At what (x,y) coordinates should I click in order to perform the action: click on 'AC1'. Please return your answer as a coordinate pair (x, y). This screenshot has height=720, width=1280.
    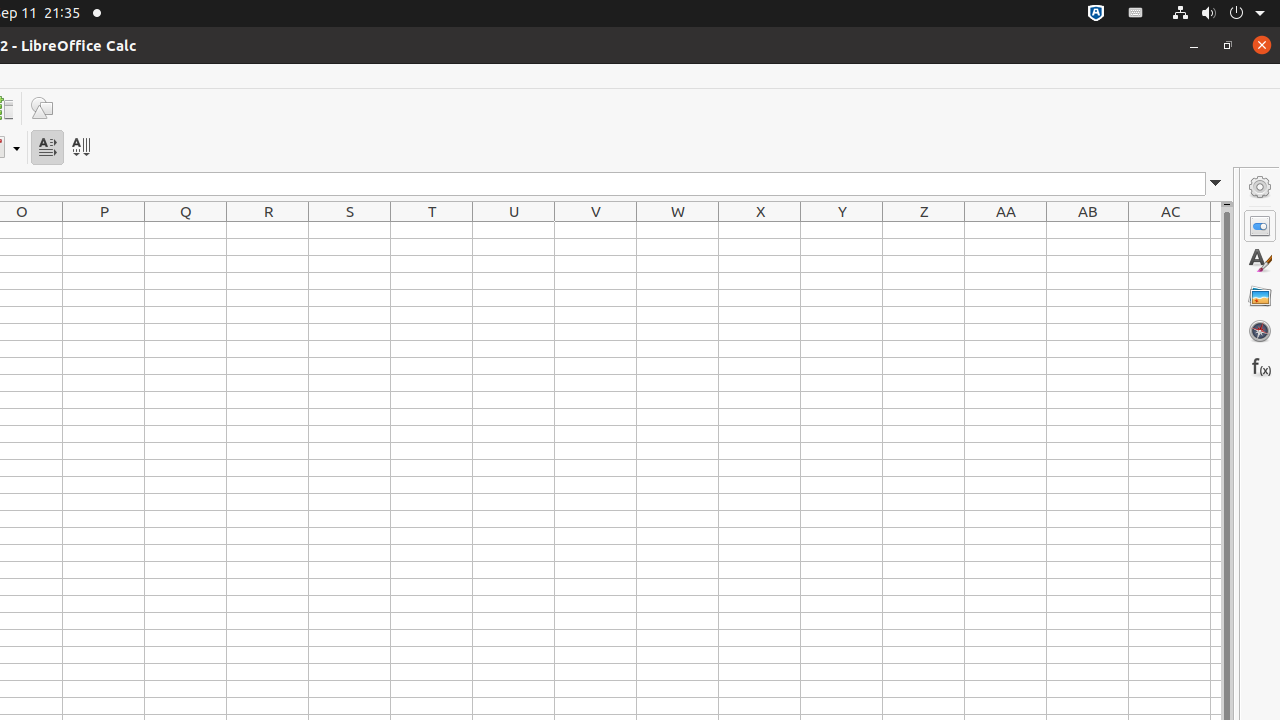
    Looking at the image, I should click on (1170, 229).